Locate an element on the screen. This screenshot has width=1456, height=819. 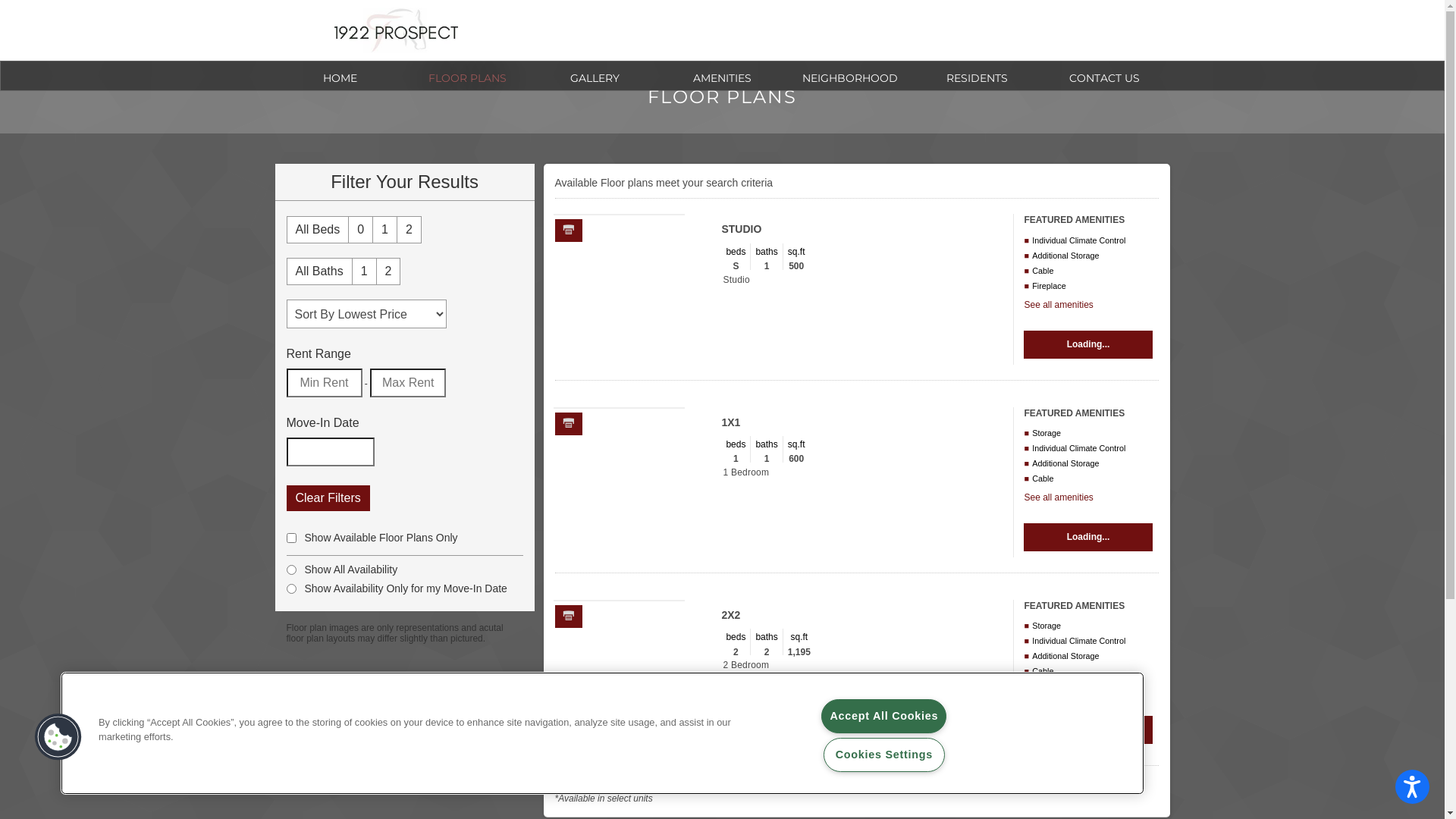
'Loading...' is located at coordinates (1087, 344).